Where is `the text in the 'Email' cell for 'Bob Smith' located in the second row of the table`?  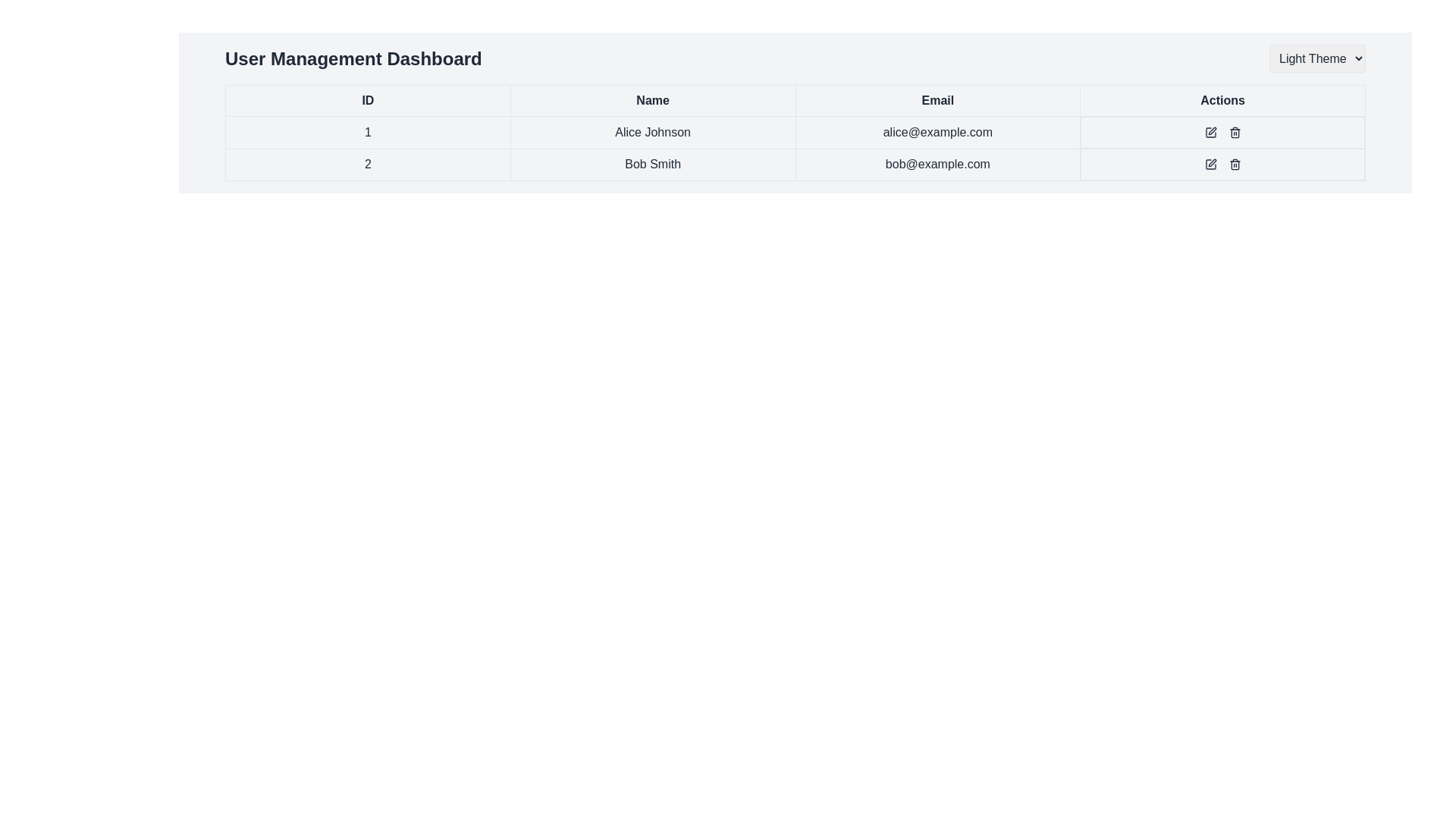
the text in the 'Email' cell for 'Bob Smith' located in the second row of the table is located at coordinates (795, 149).